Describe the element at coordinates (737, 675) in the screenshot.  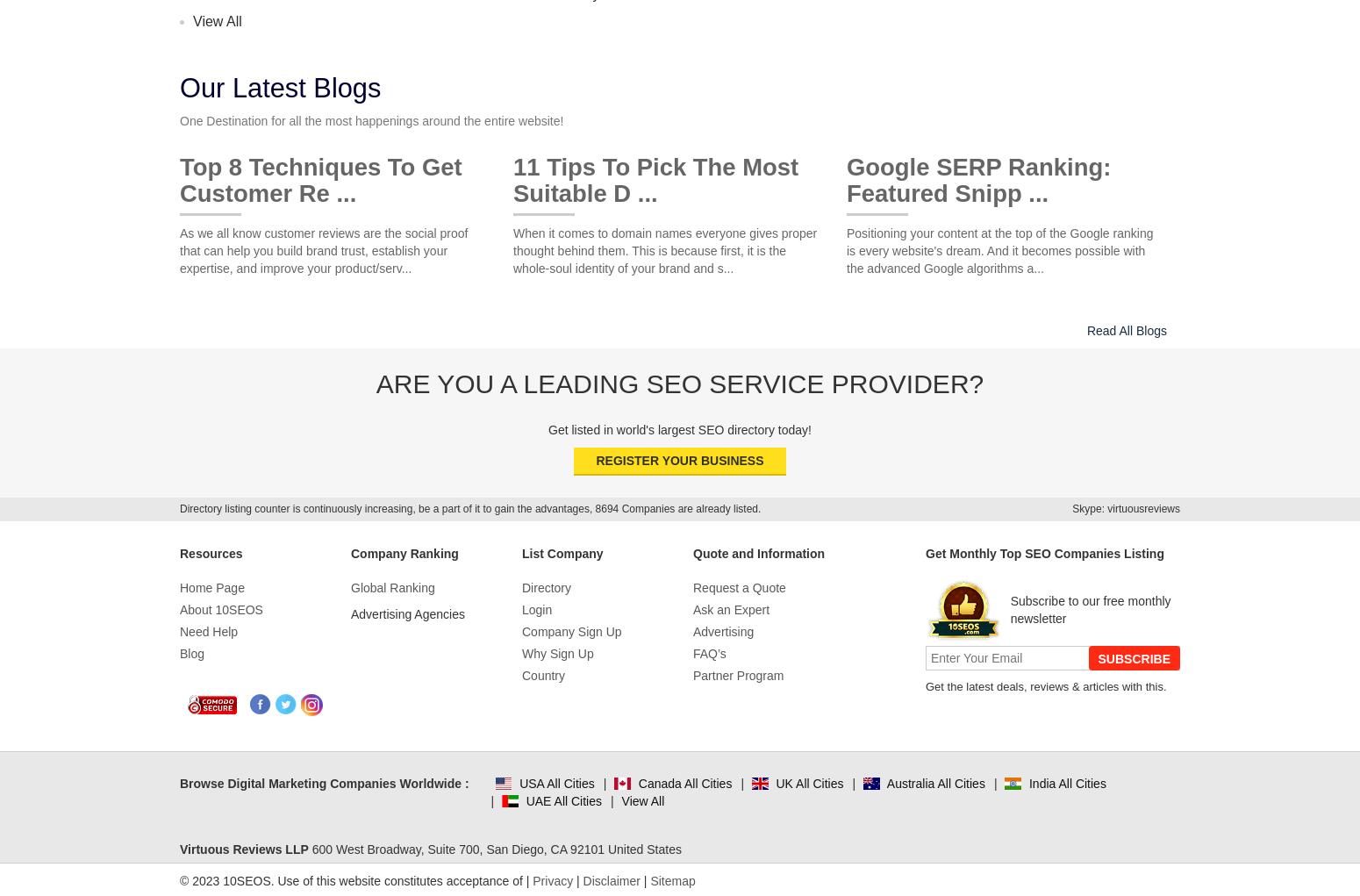
I see `'Partner Program'` at that location.